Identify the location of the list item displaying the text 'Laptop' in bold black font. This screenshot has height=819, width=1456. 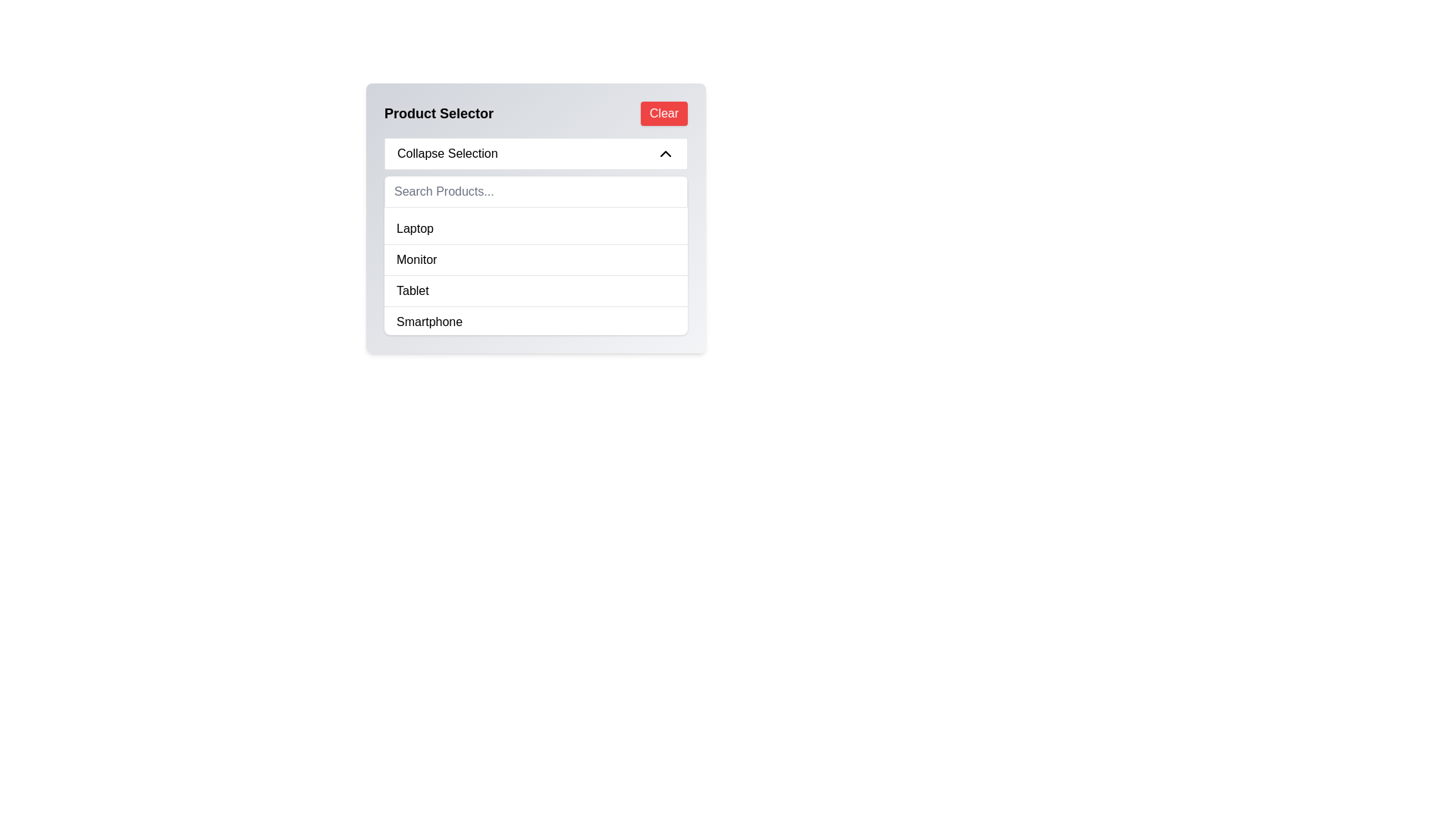
(415, 228).